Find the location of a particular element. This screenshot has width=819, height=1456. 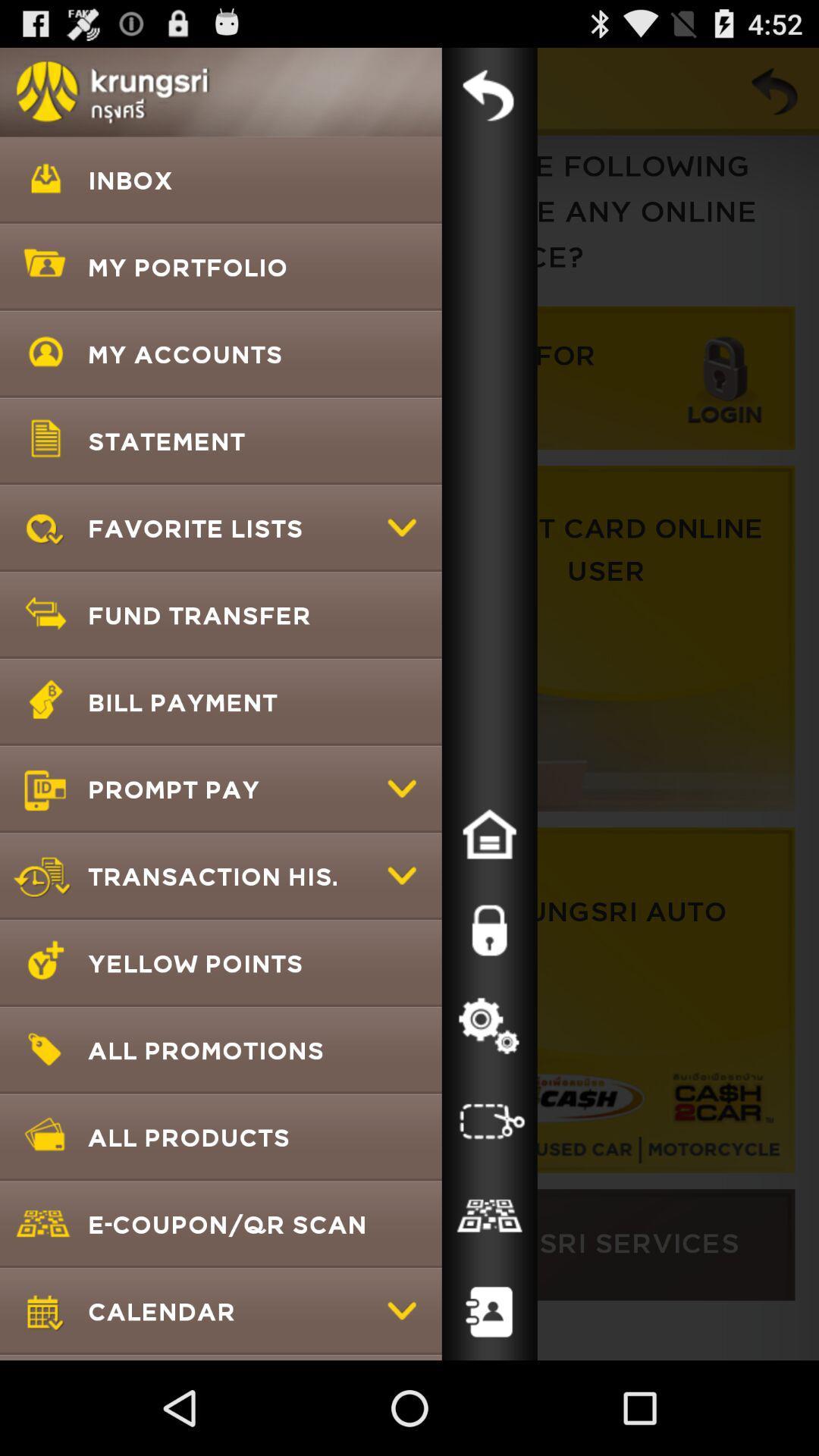

go to is located at coordinates (489, 833).